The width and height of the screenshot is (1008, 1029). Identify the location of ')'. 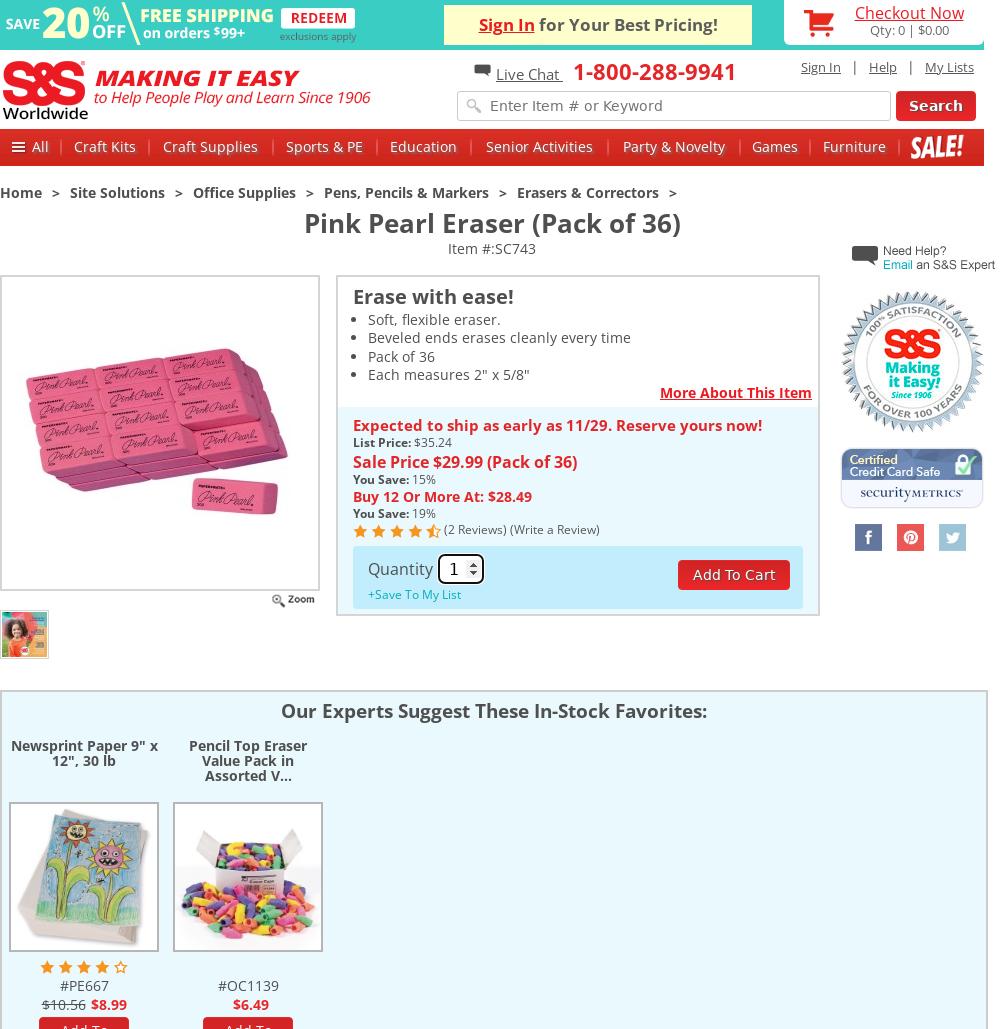
(598, 528).